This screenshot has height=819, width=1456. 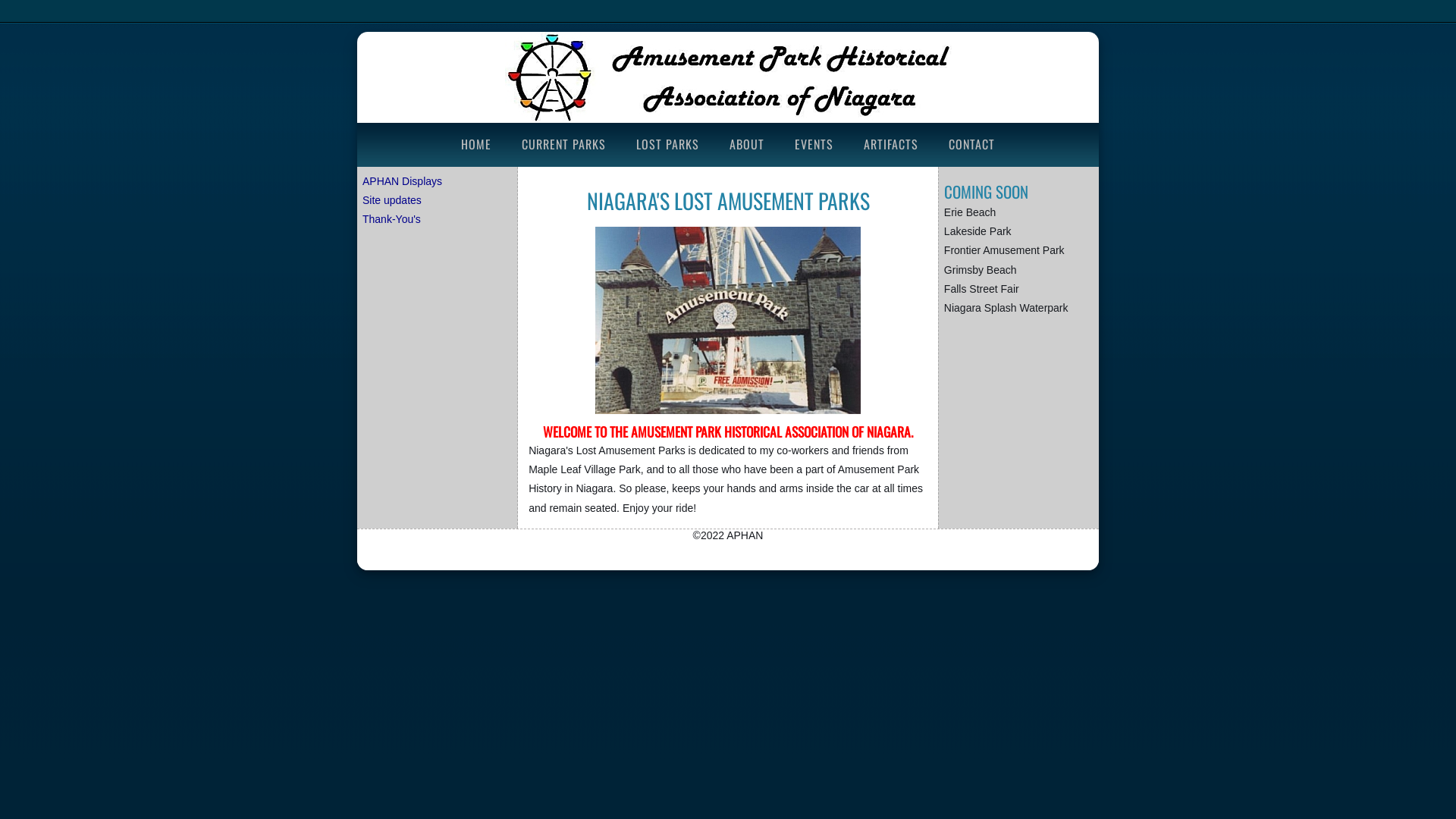 I want to click on 'LOST PARKS', so click(x=667, y=143).